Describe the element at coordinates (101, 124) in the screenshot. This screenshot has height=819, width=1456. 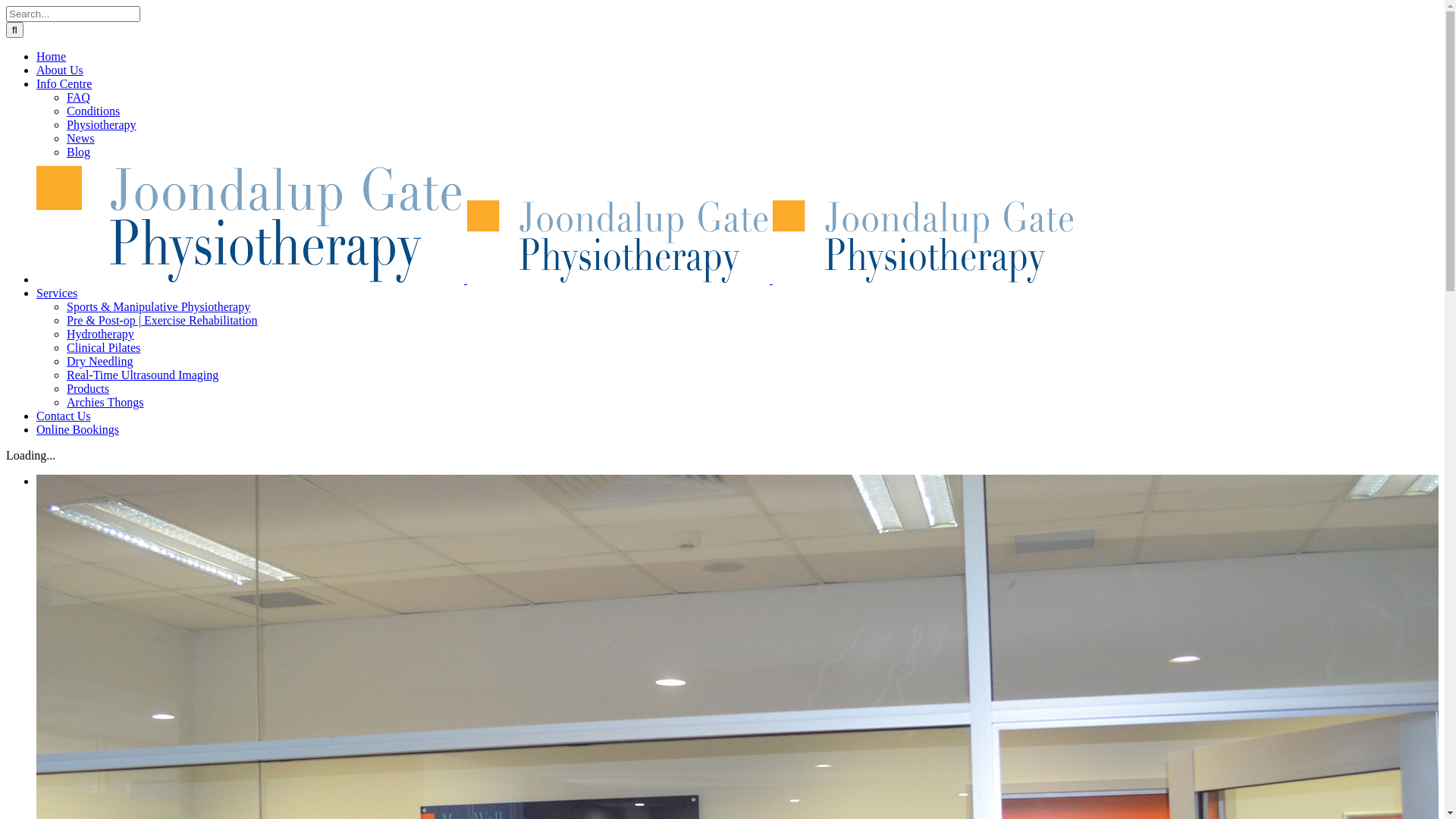
I see `'Physiotherapy'` at that location.